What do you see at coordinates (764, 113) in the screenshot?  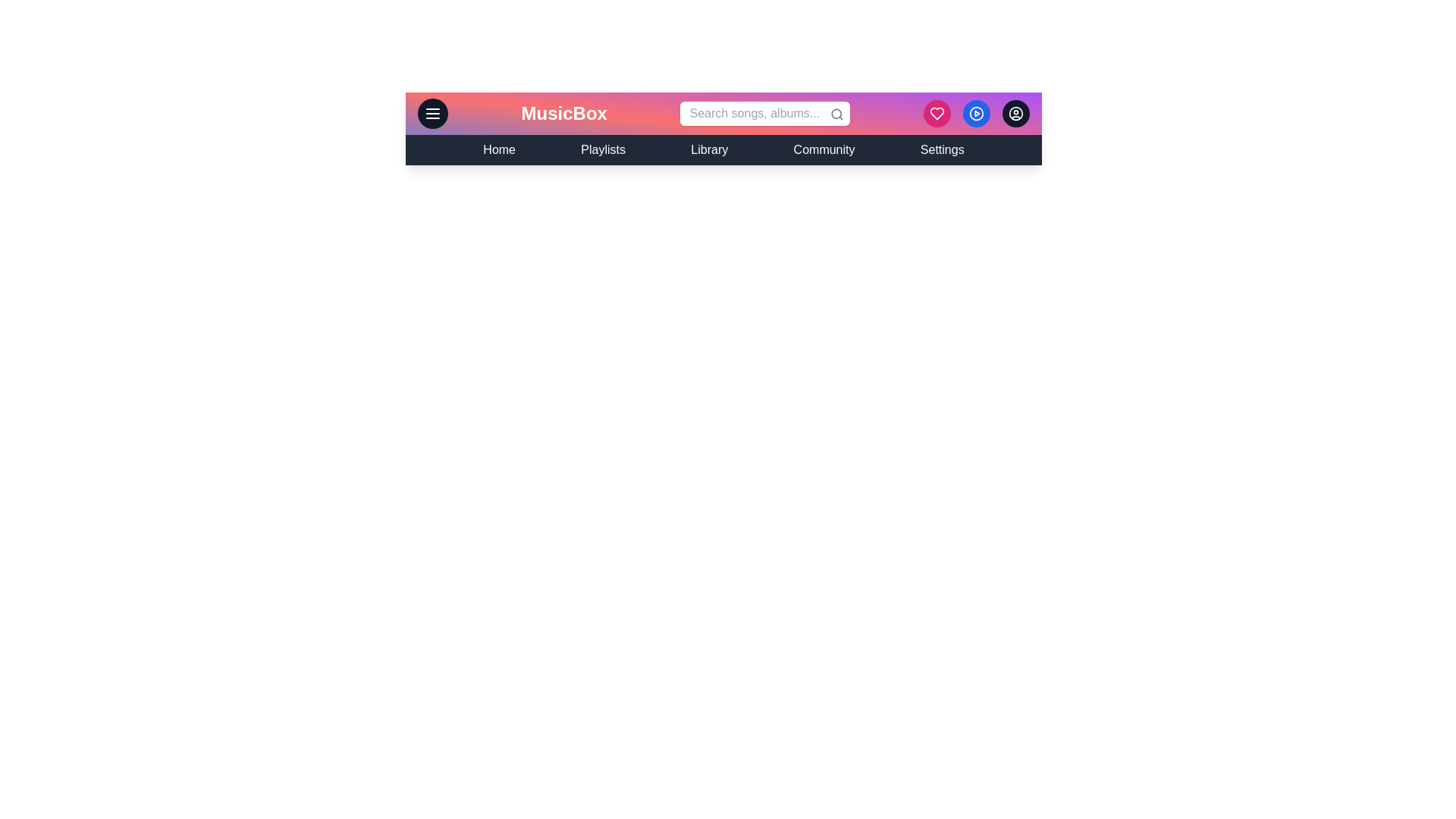 I see `the search bar to activate it for input` at bounding box center [764, 113].